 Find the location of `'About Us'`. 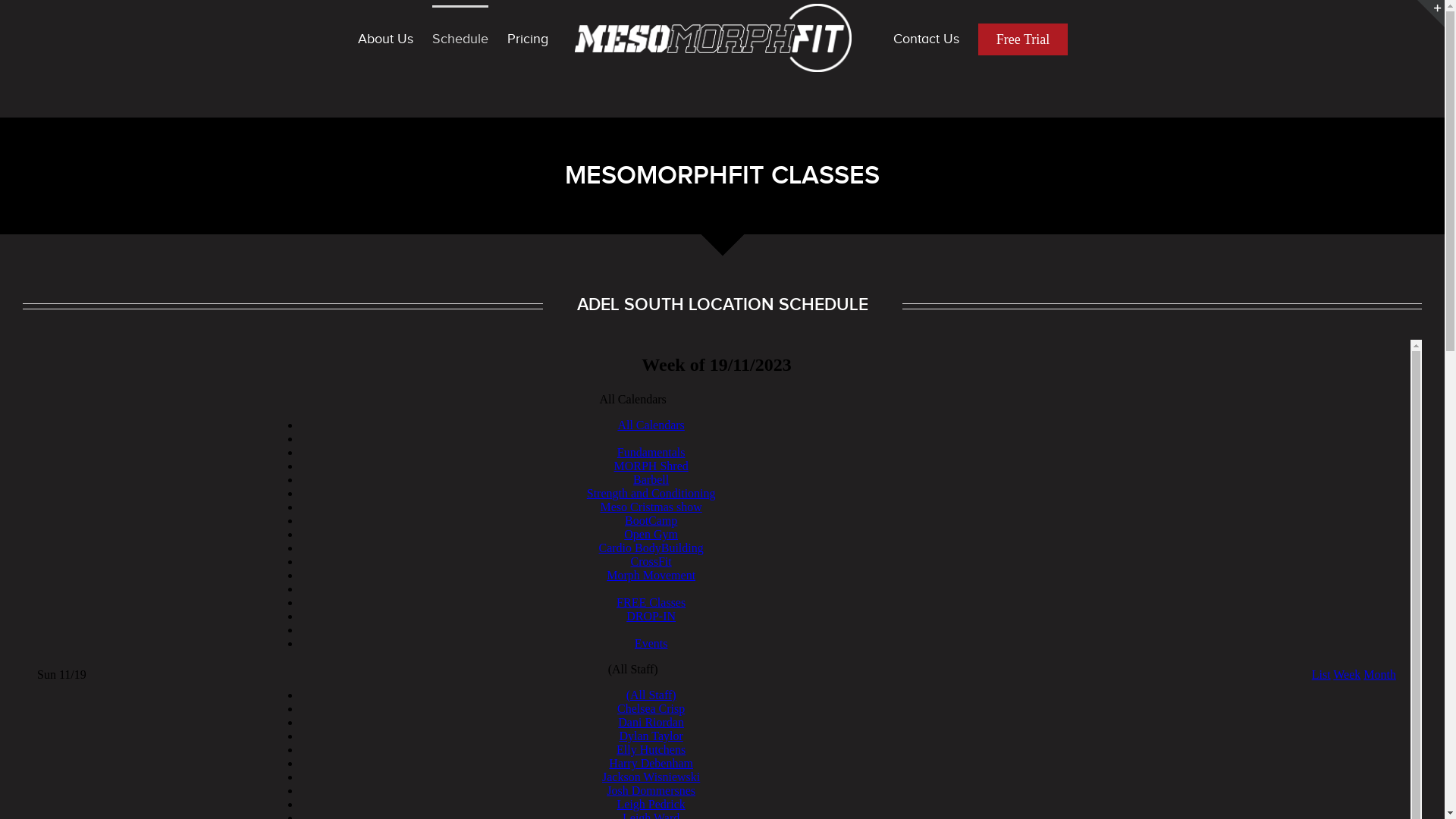

'About Us' is located at coordinates (356, 37).